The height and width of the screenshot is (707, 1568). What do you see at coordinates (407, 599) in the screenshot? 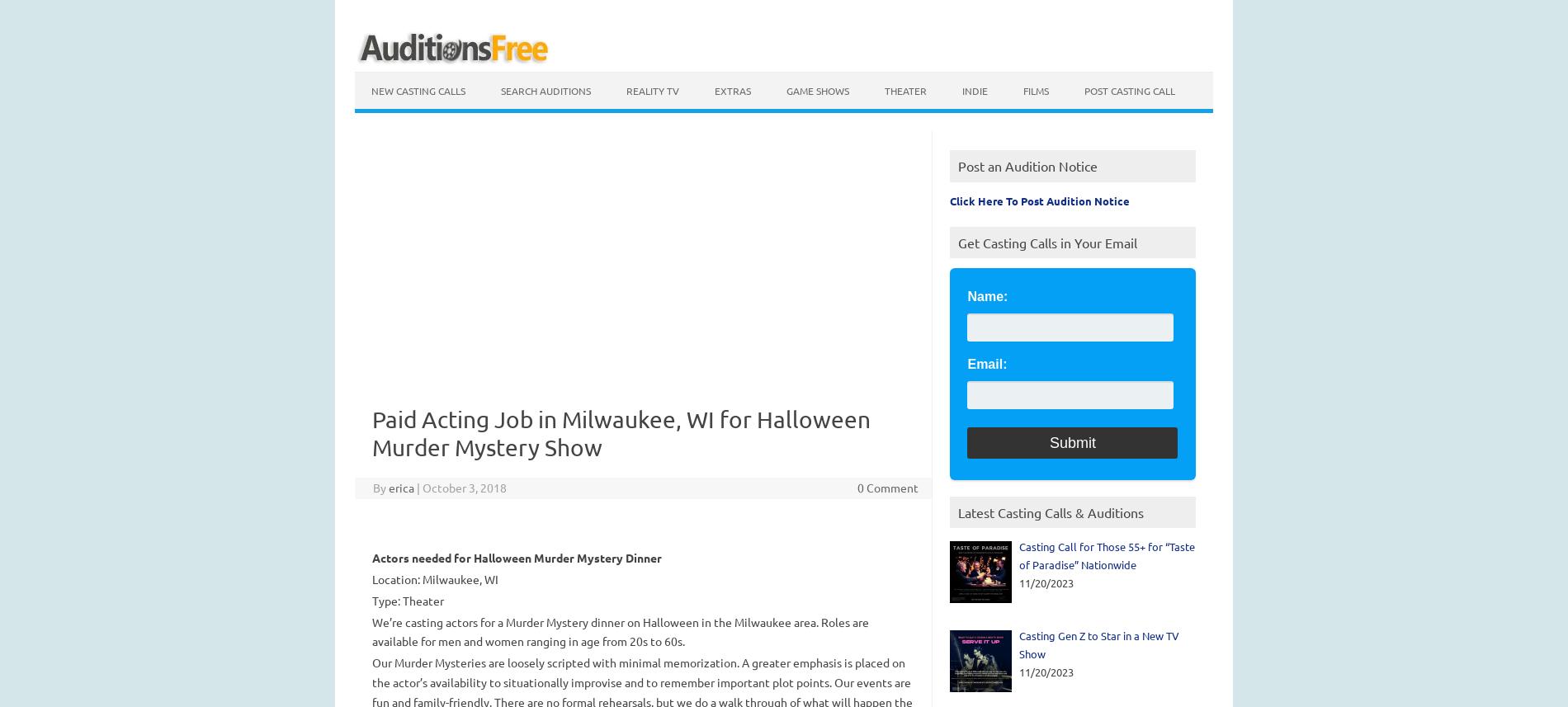
I see `'Type: Theater'` at bounding box center [407, 599].